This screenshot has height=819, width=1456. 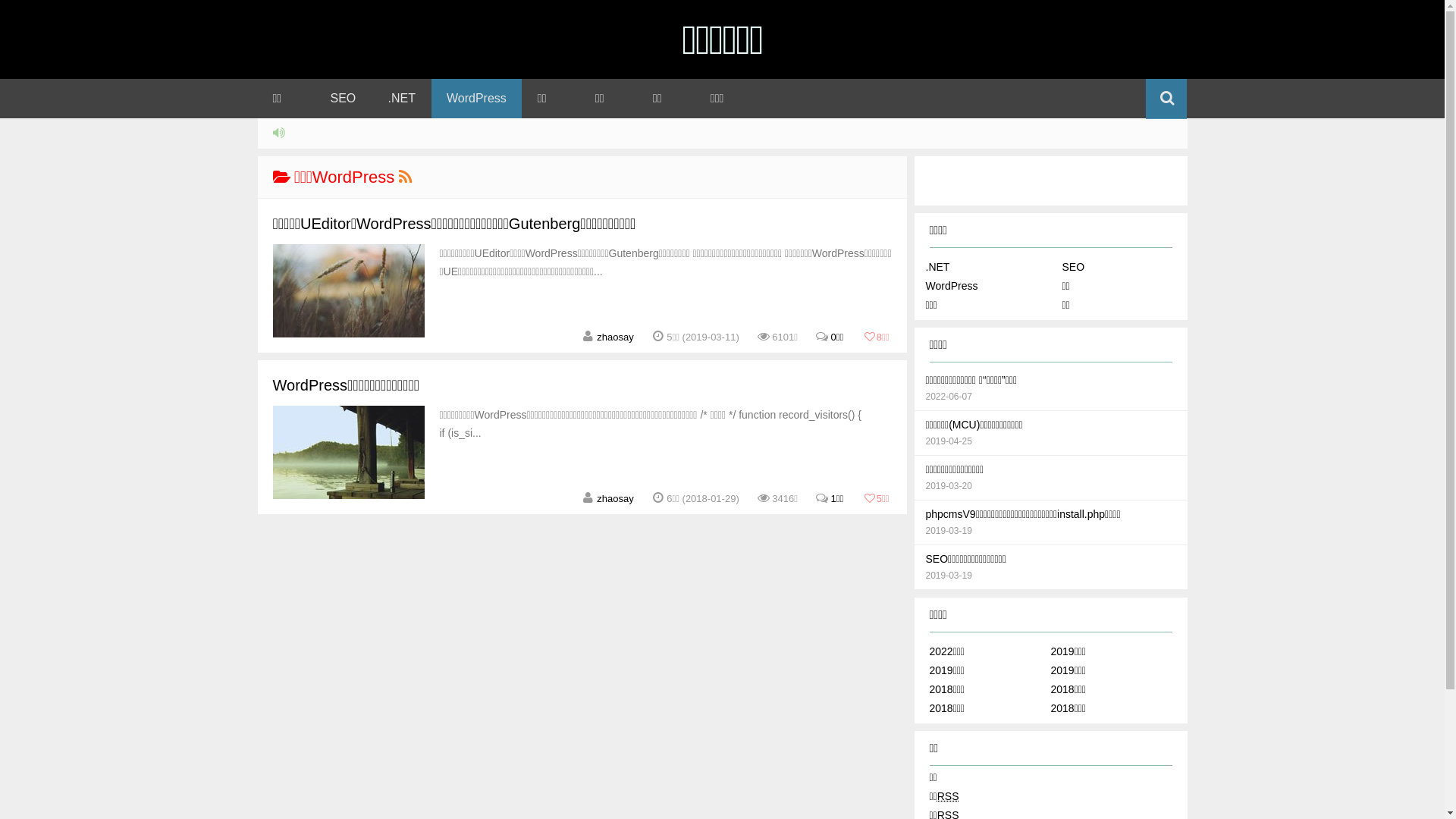 I want to click on '.NET', so click(x=401, y=99).